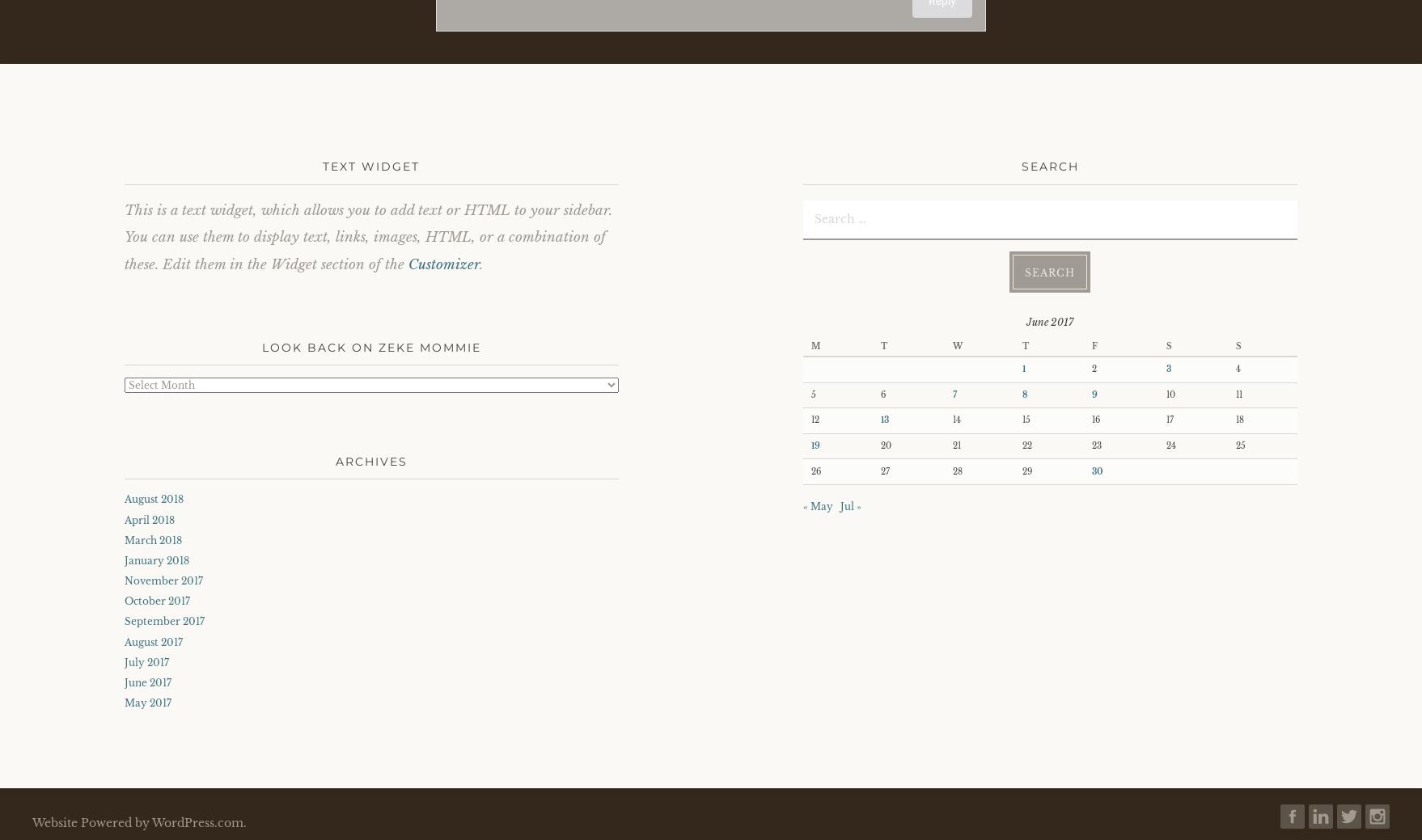  What do you see at coordinates (370, 167) in the screenshot?
I see `'Text Widget'` at bounding box center [370, 167].